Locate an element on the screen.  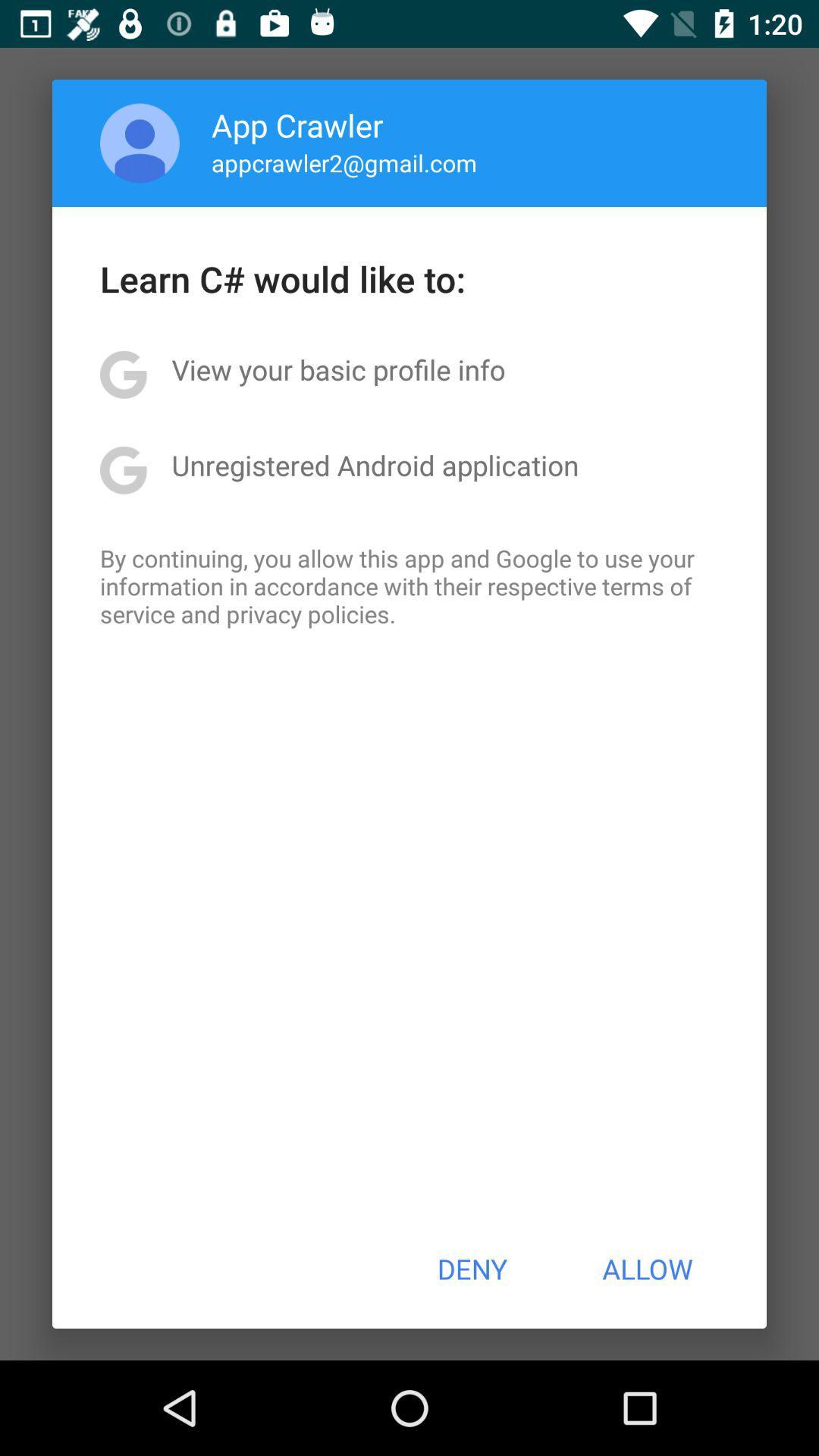
the app below the by continuing you app is located at coordinates (471, 1269).